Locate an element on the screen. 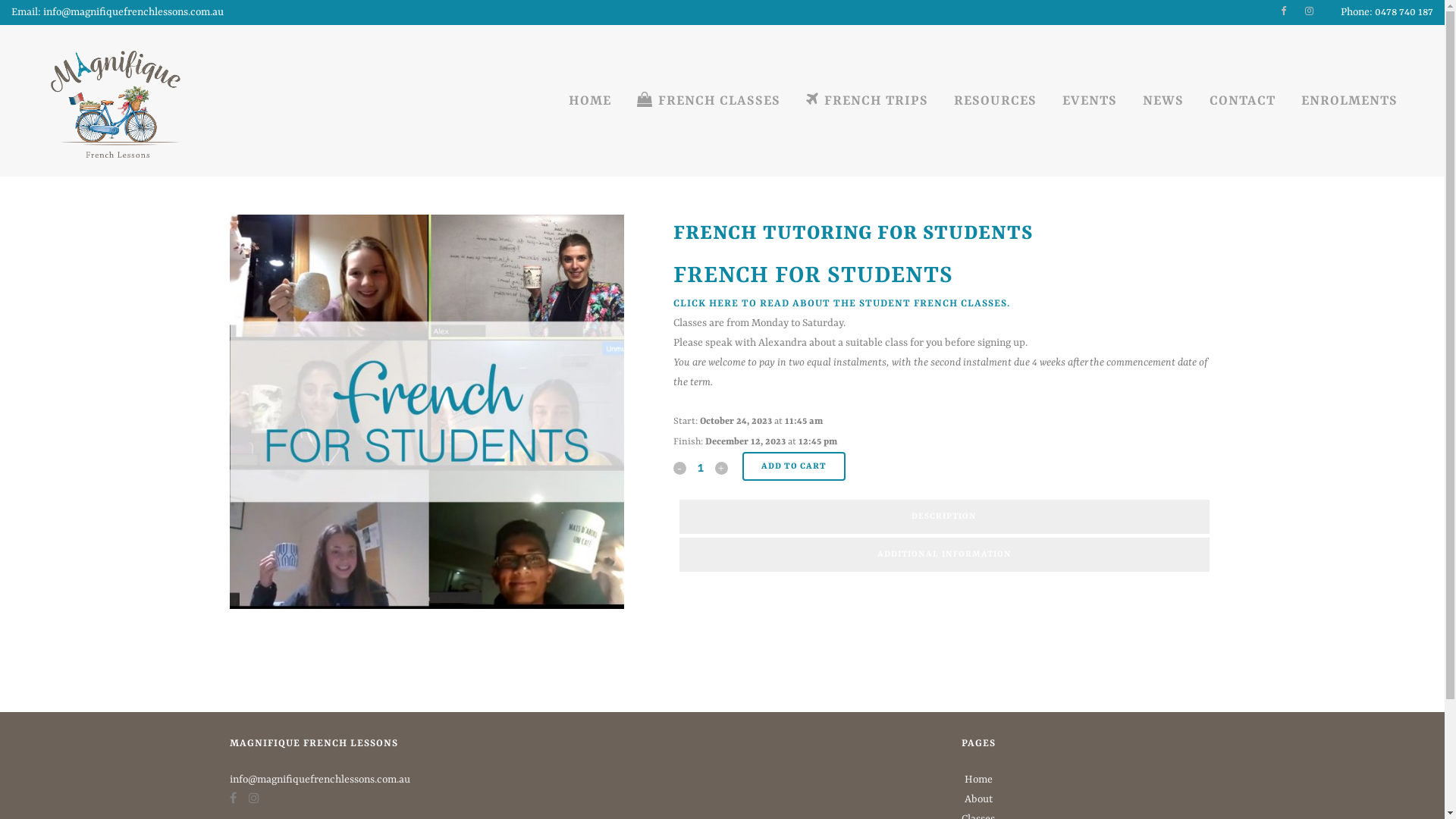  'Home' is located at coordinates (978, 780).